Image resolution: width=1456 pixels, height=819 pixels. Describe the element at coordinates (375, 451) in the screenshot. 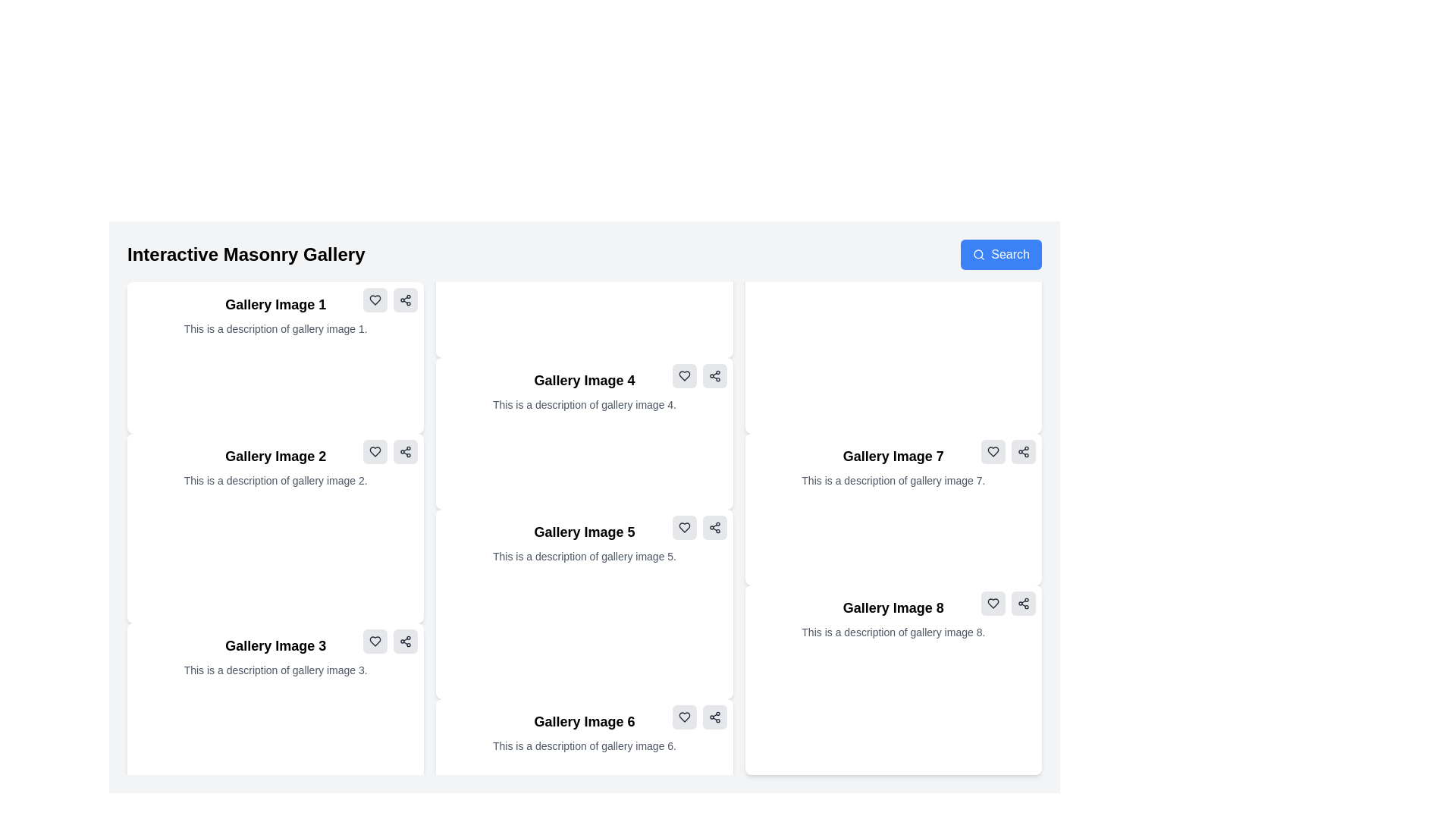

I see `the heart icon located in the upper-right corner of the 'Gallery Image 2' card to like or favorite the item` at that location.